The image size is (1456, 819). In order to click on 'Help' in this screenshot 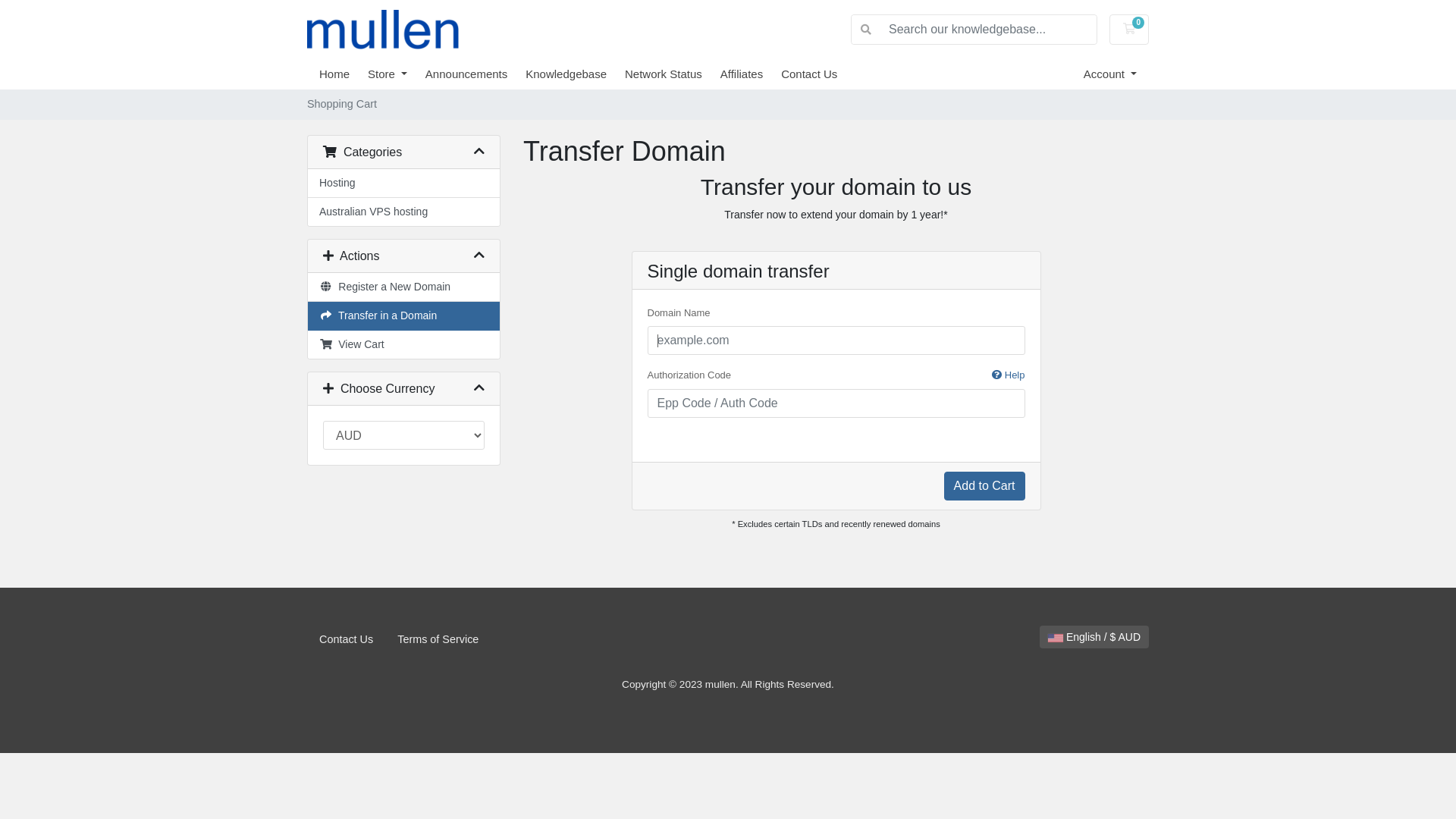, I will do `click(992, 375)`.